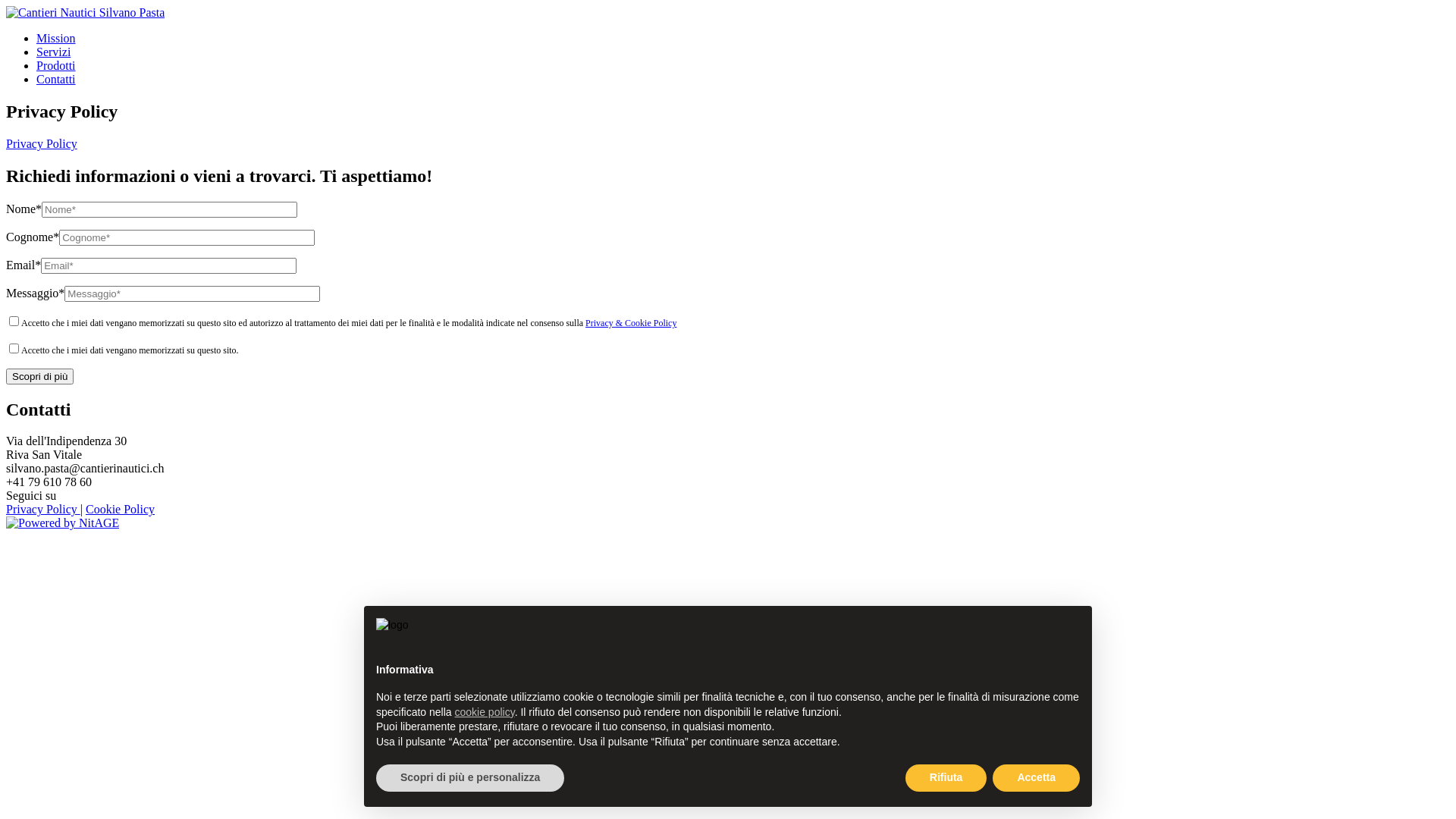 The width and height of the screenshot is (1456, 819). I want to click on 'cookie policy', so click(454, 711).